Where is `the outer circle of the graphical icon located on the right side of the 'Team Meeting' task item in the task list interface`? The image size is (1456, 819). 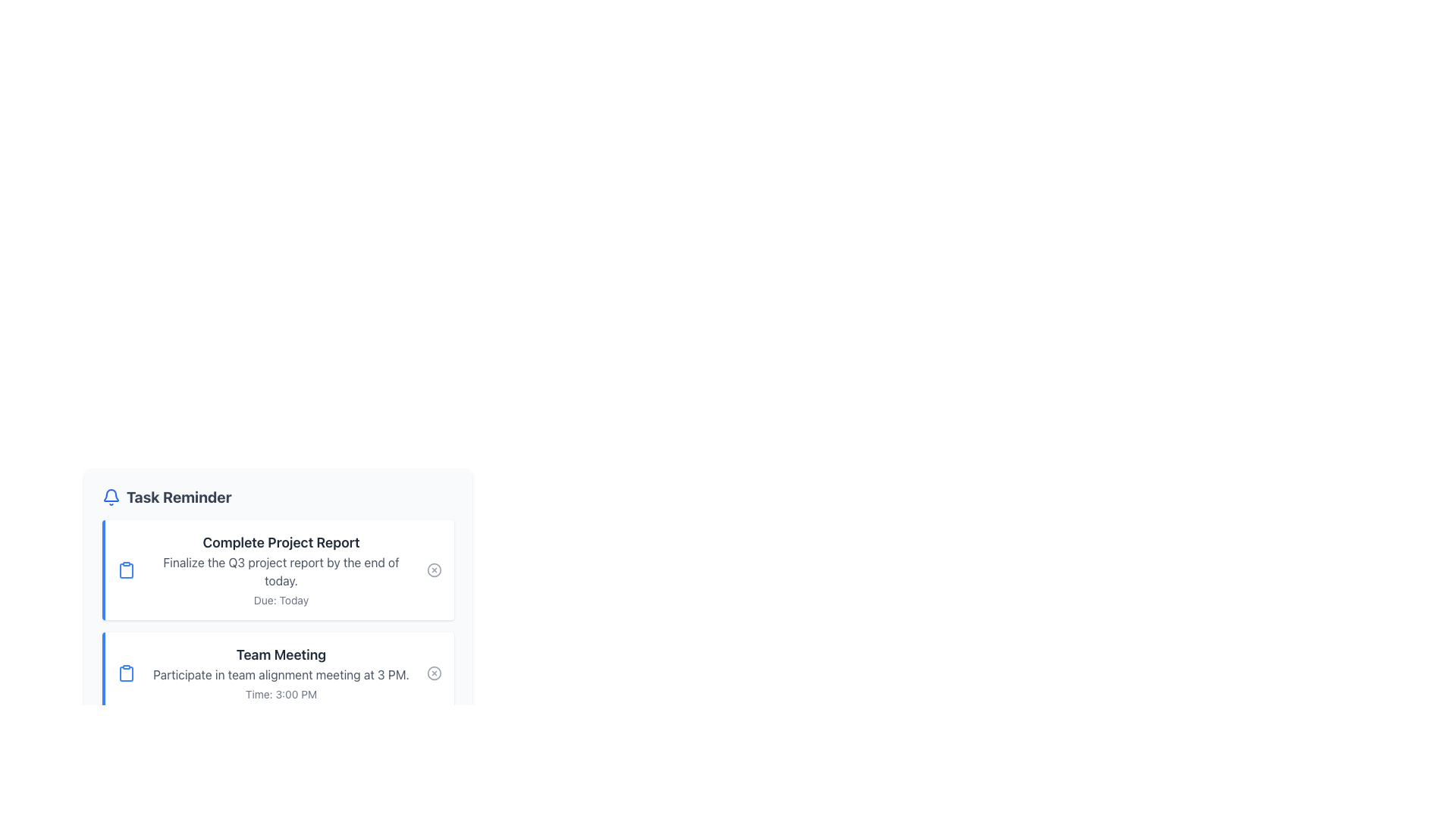 the outer circle of the graphical icon located on the right side of the 'Team Meeting' task item in the task list interface is located at coordinates (433, 672).